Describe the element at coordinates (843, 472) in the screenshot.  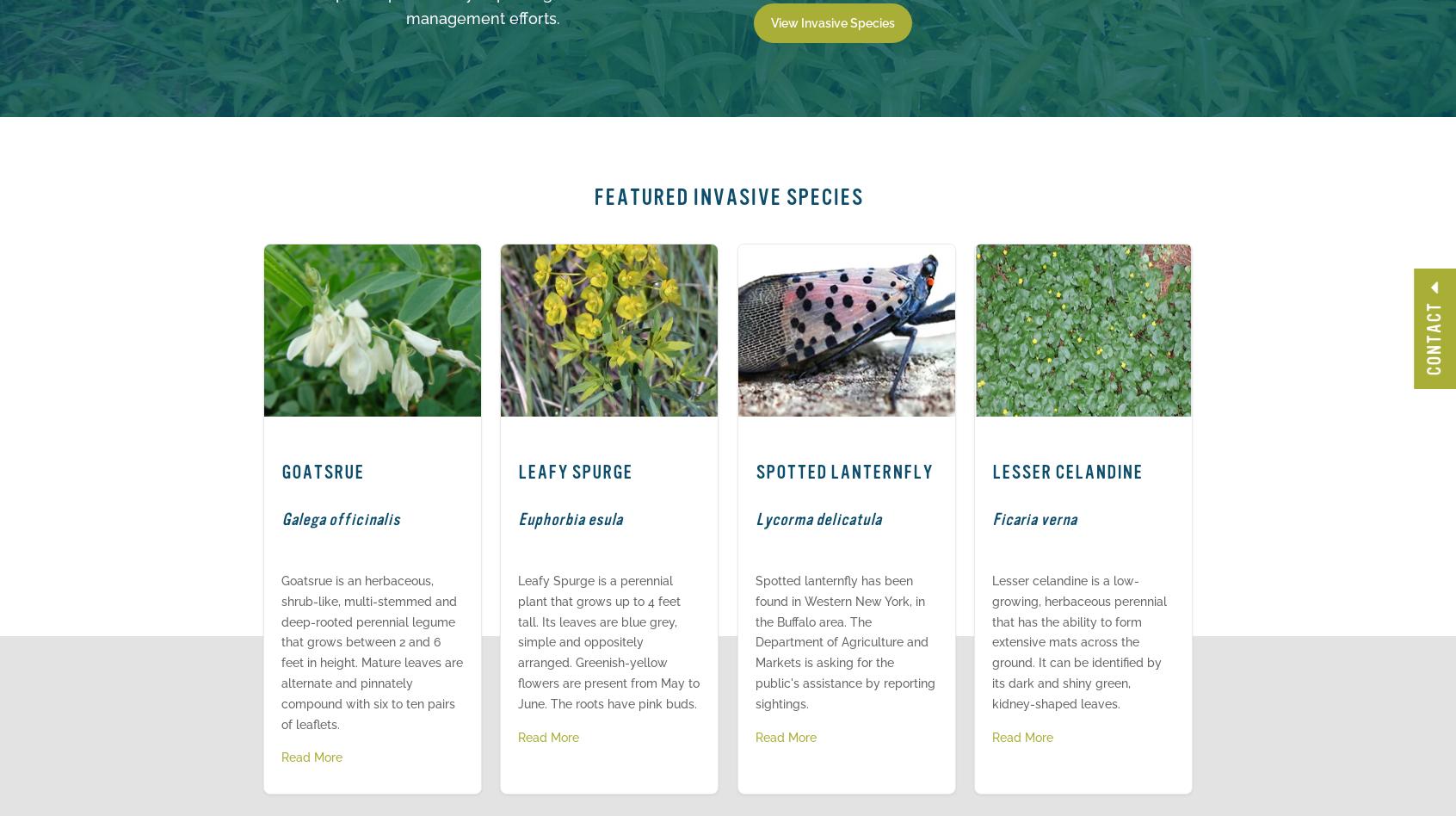
I see `'Spotted Lanternfly'` at that location.